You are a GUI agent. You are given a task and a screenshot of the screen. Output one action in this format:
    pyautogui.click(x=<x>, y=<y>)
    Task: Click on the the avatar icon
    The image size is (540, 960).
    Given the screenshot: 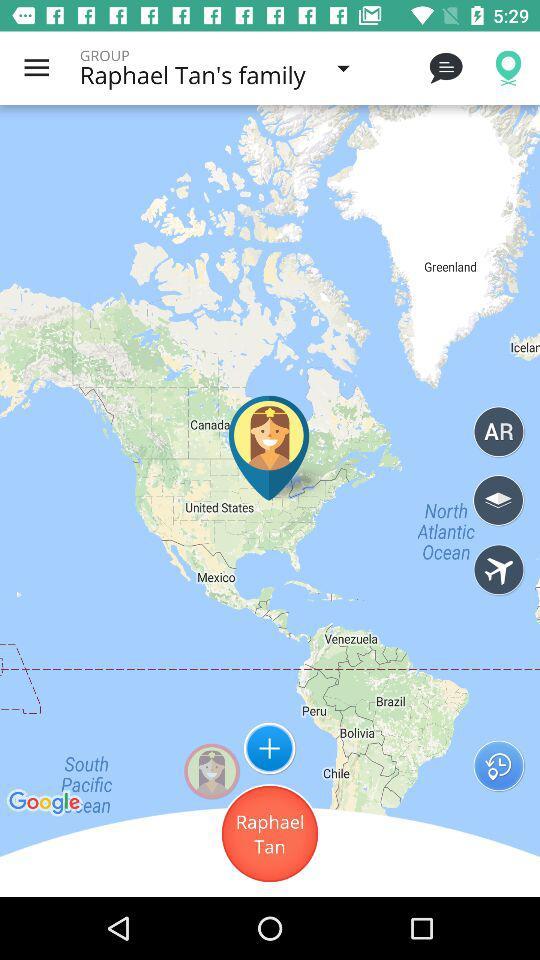 What is the action you would take?
    pyautogui.click(x=210, y=770)
    